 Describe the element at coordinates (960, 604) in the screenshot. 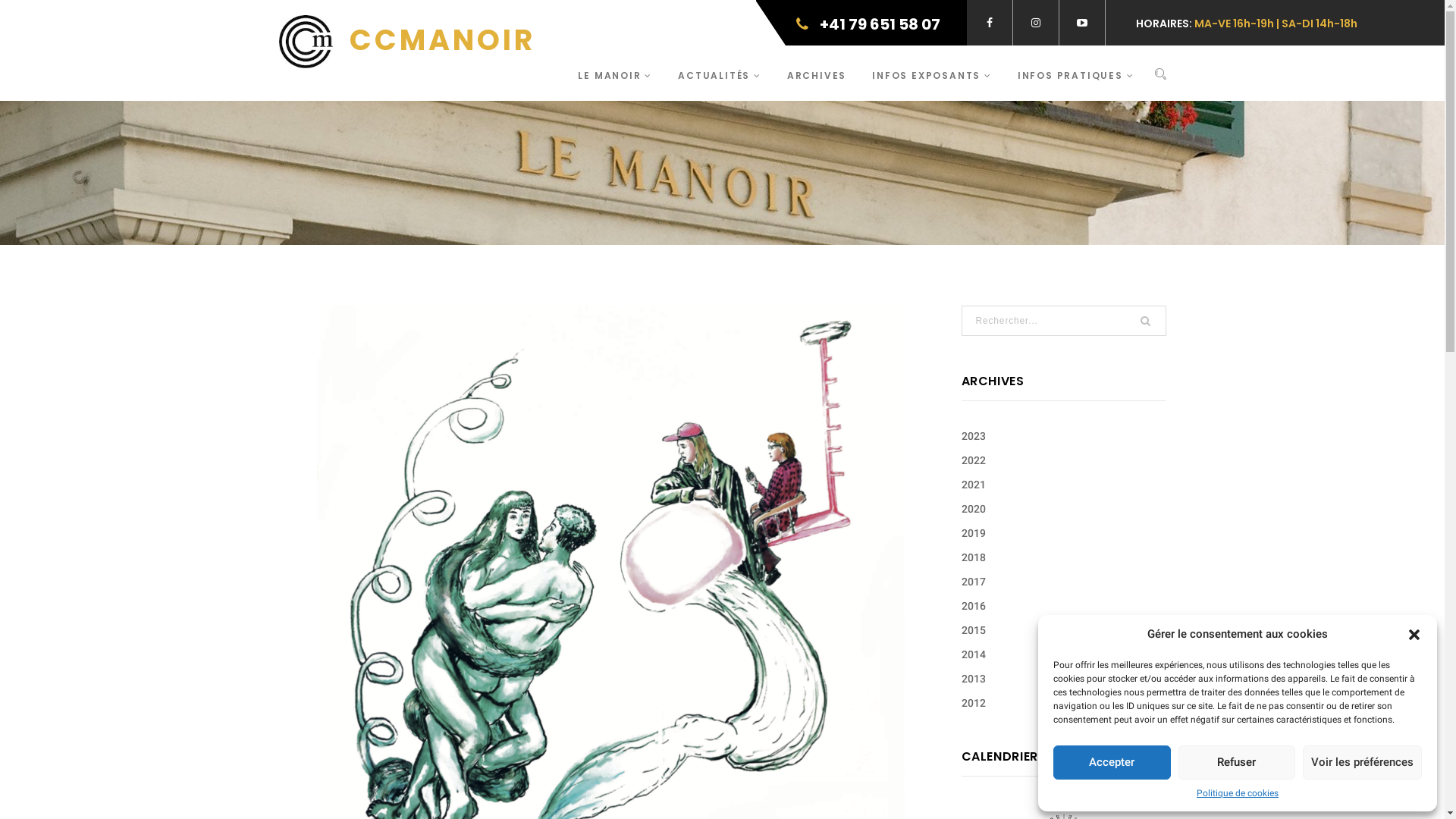

I see `'2016'` at that location.